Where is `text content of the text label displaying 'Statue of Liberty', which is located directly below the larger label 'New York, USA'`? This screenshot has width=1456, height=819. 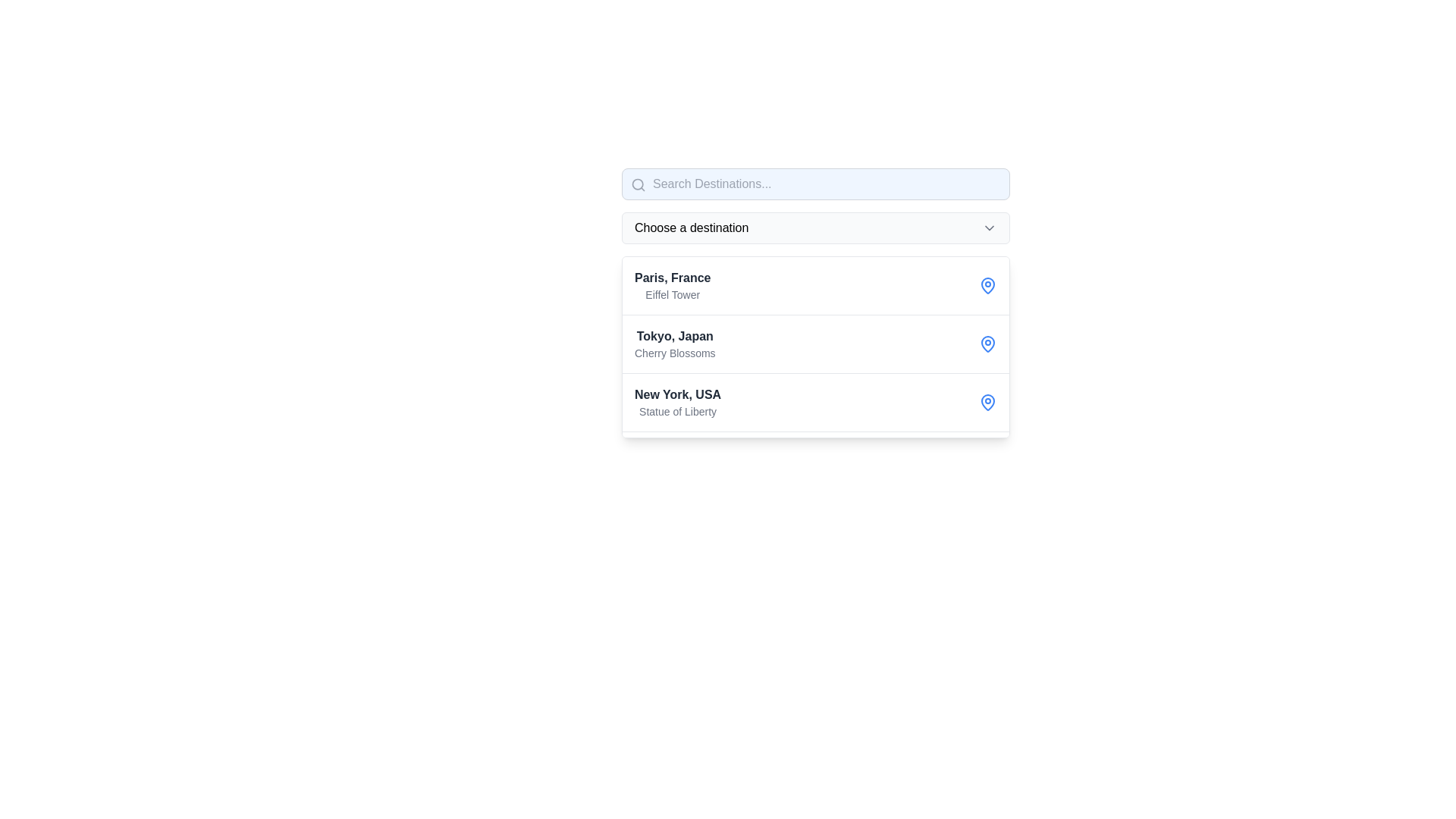
text content of the text label displaying 'Statue of Liberty', which is located directly below the larger label 'New York, USA' is located at coordinates (677, 412).